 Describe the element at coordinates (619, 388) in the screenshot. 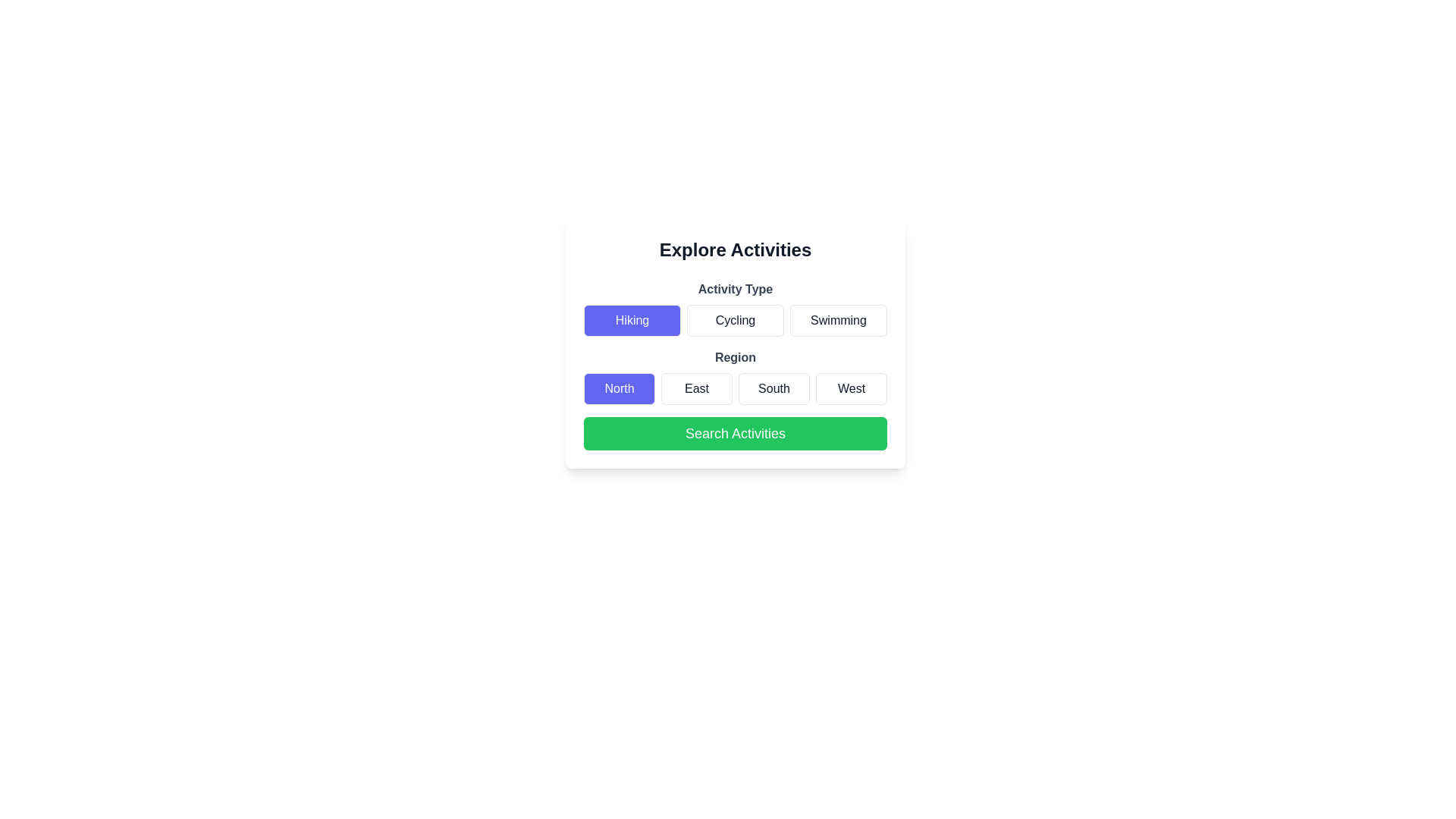

I see `the 'North' region button located in the second row of the 'Region' component, which is the leftmost button among 'North', 'East', 'South', 'West'` at that location.